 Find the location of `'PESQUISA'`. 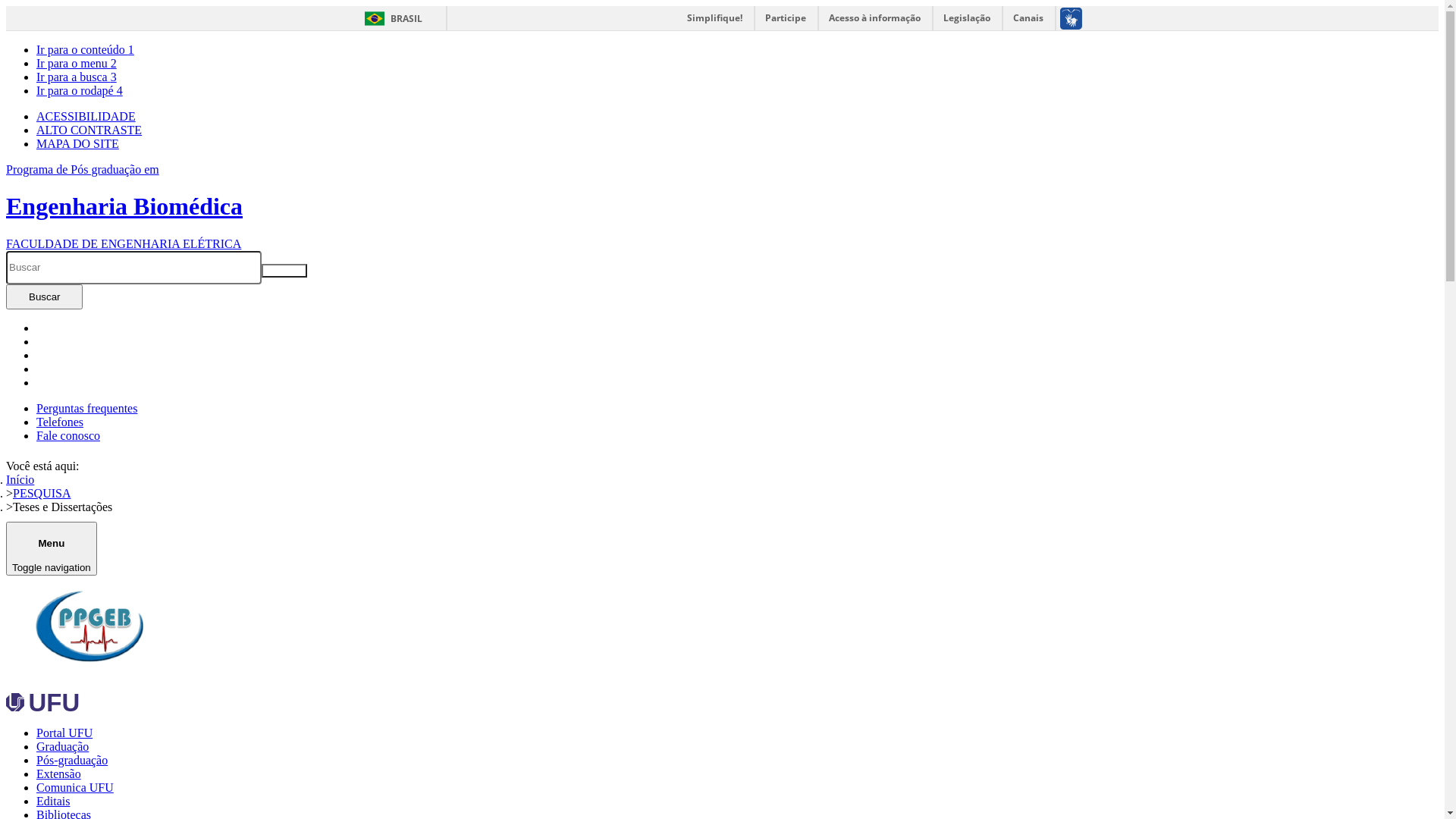

'PESQUISA' is located at coordinates (41, 493).